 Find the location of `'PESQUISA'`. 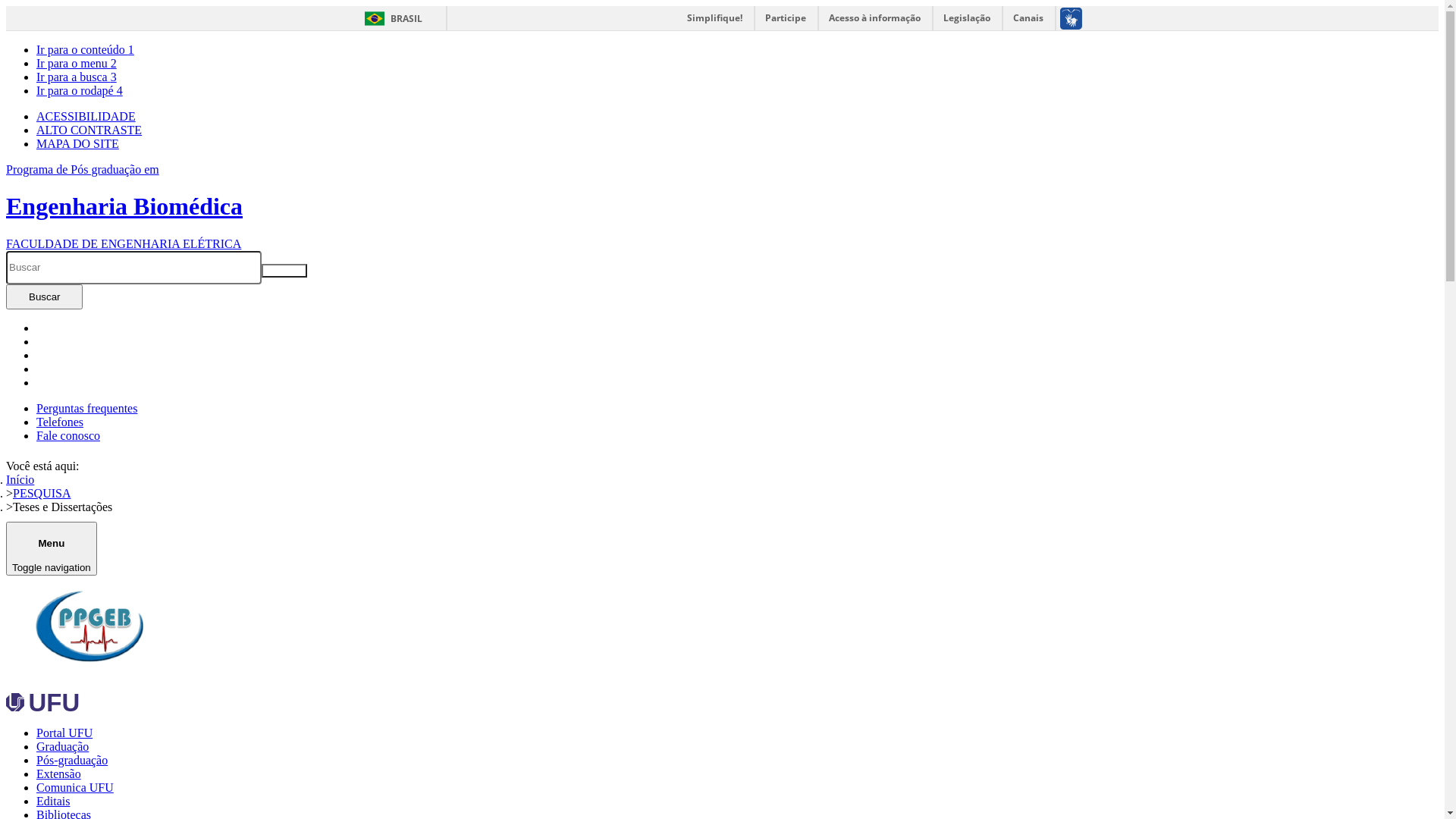

'PESQUISA' is located at coordinates (41, 493).